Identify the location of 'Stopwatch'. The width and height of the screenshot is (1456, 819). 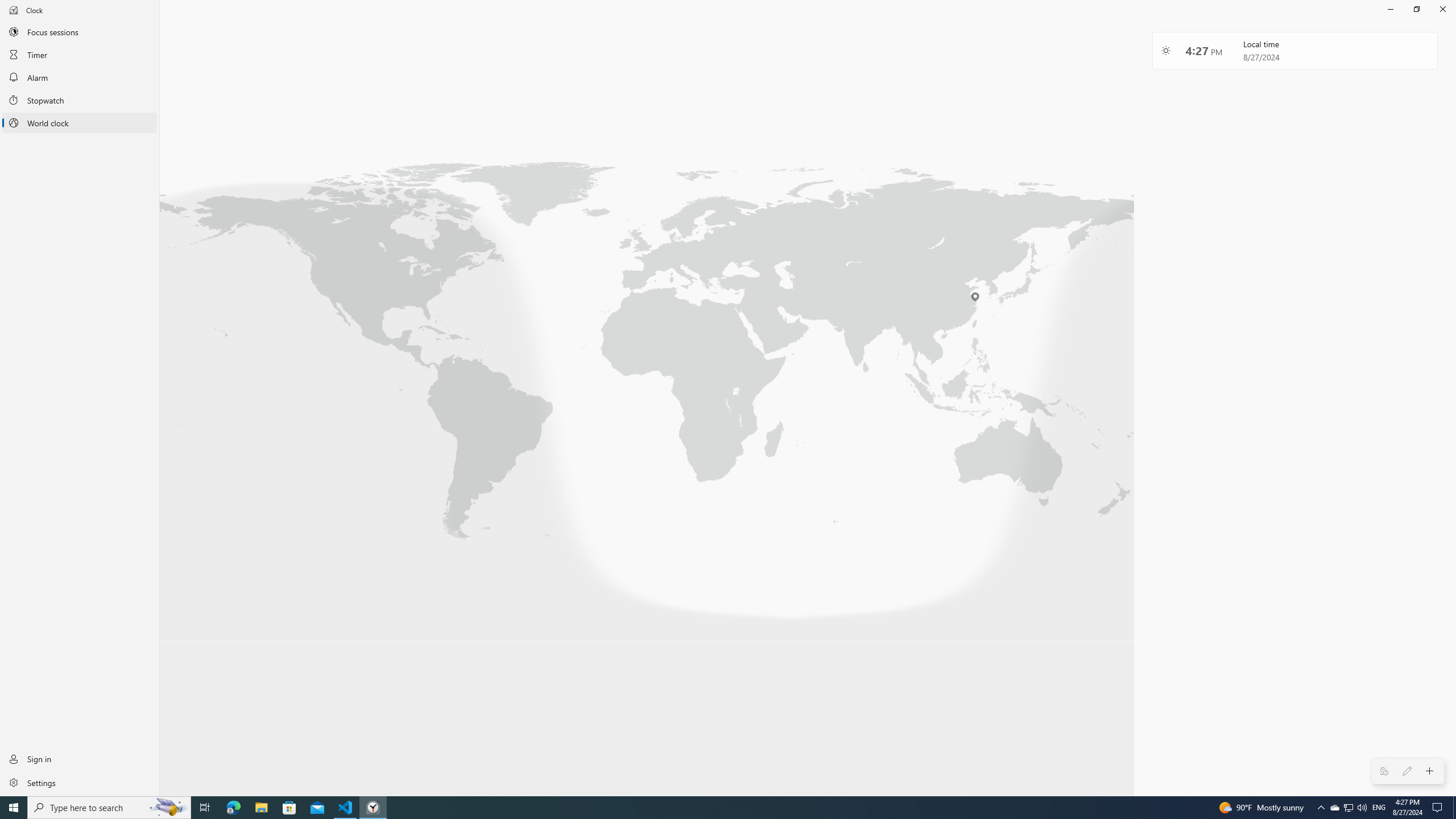
(79, 100).